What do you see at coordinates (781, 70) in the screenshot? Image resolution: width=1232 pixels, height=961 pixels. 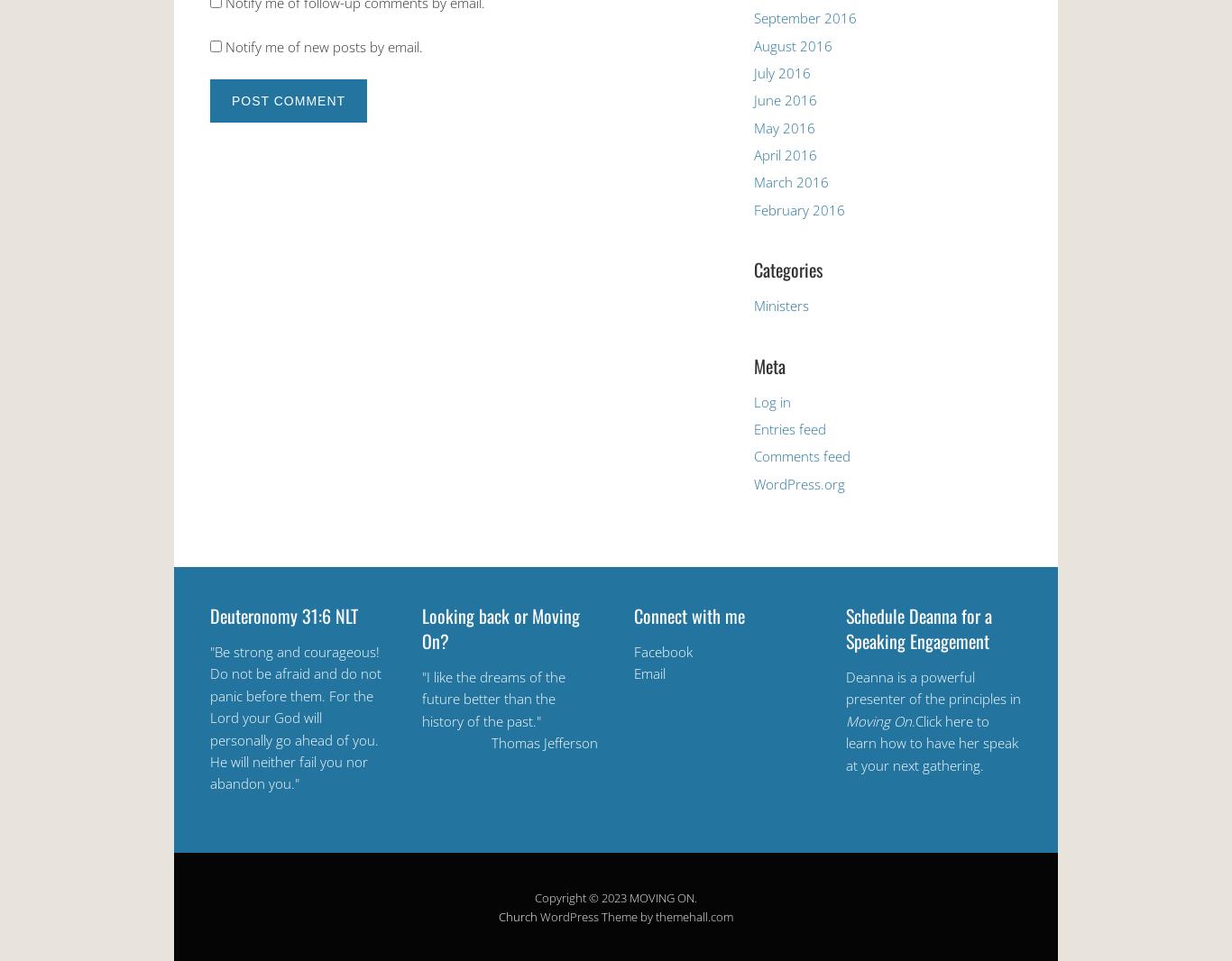 I see `'July 2016'` at bounding box center [781, 70].